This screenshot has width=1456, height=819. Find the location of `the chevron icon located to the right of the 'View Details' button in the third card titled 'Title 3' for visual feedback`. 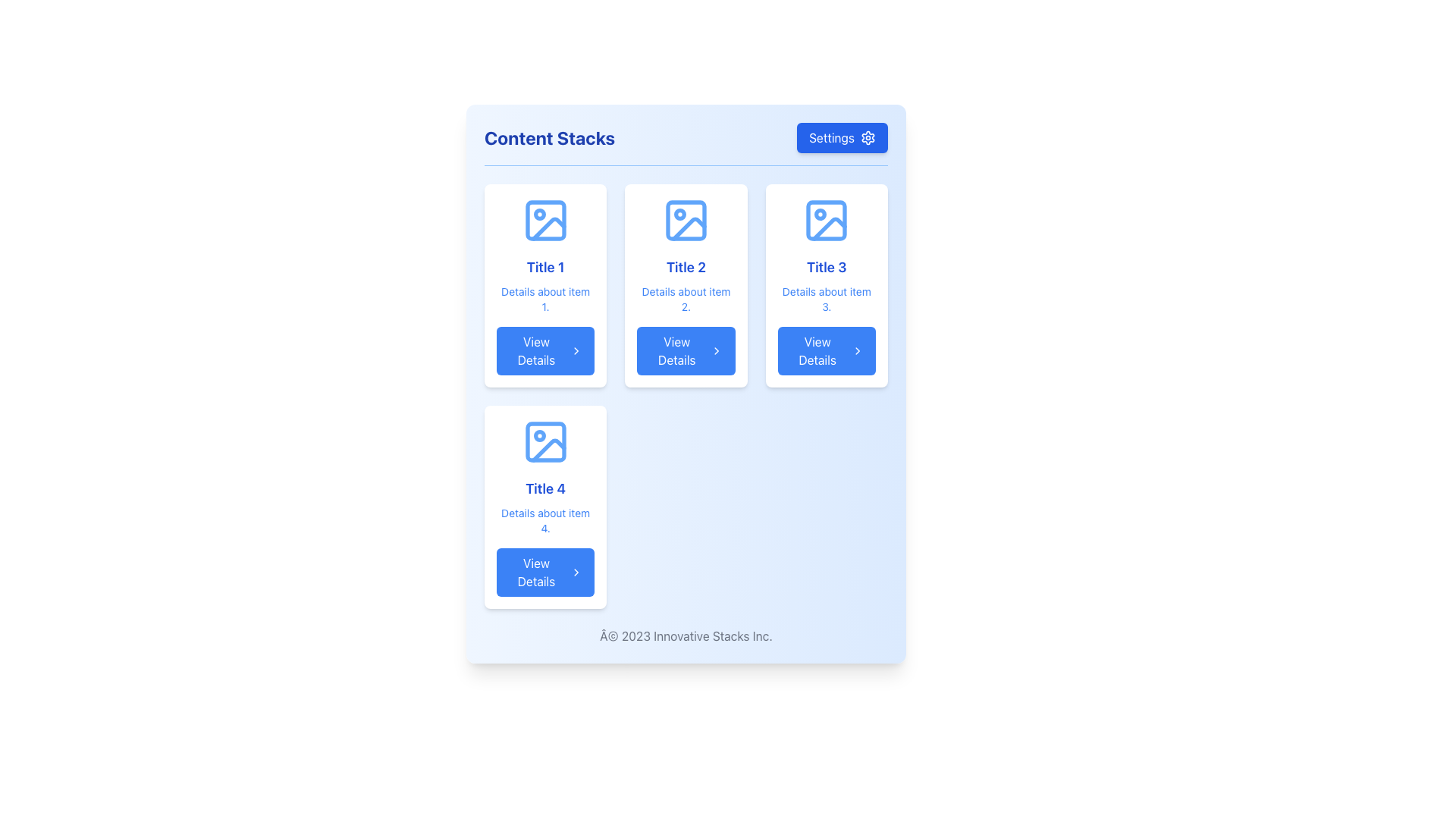

the chevron icon located to the right of the 'View Details' button in the third card titled 'Title 3' for visual feedback is located at coordinates (857, 350).